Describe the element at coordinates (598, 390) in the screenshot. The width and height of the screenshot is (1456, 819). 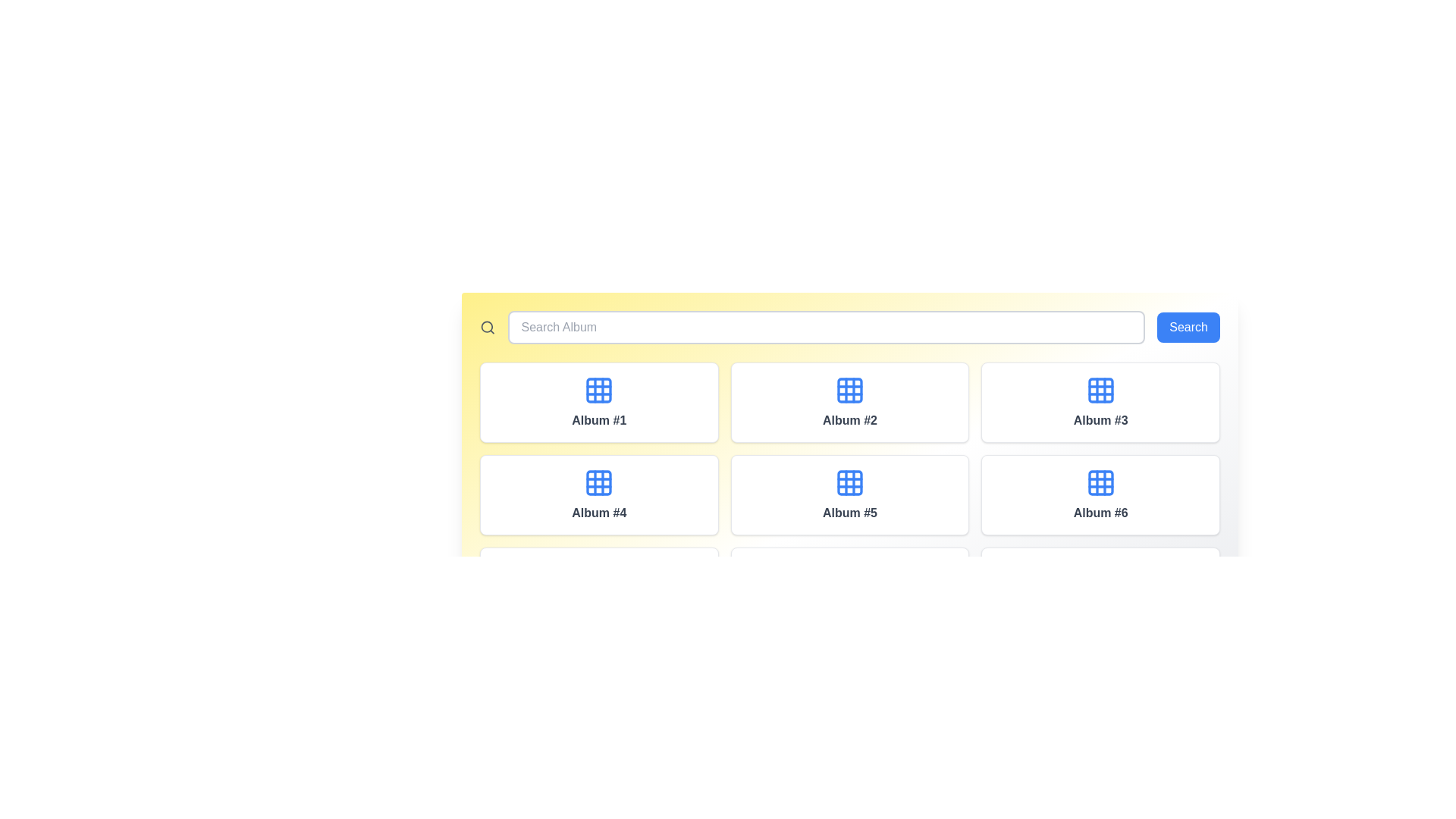
I see `the central rectangular UI component that is a sub-component of the 3x3 grid icon located above the 'Album #1' label` at that location.